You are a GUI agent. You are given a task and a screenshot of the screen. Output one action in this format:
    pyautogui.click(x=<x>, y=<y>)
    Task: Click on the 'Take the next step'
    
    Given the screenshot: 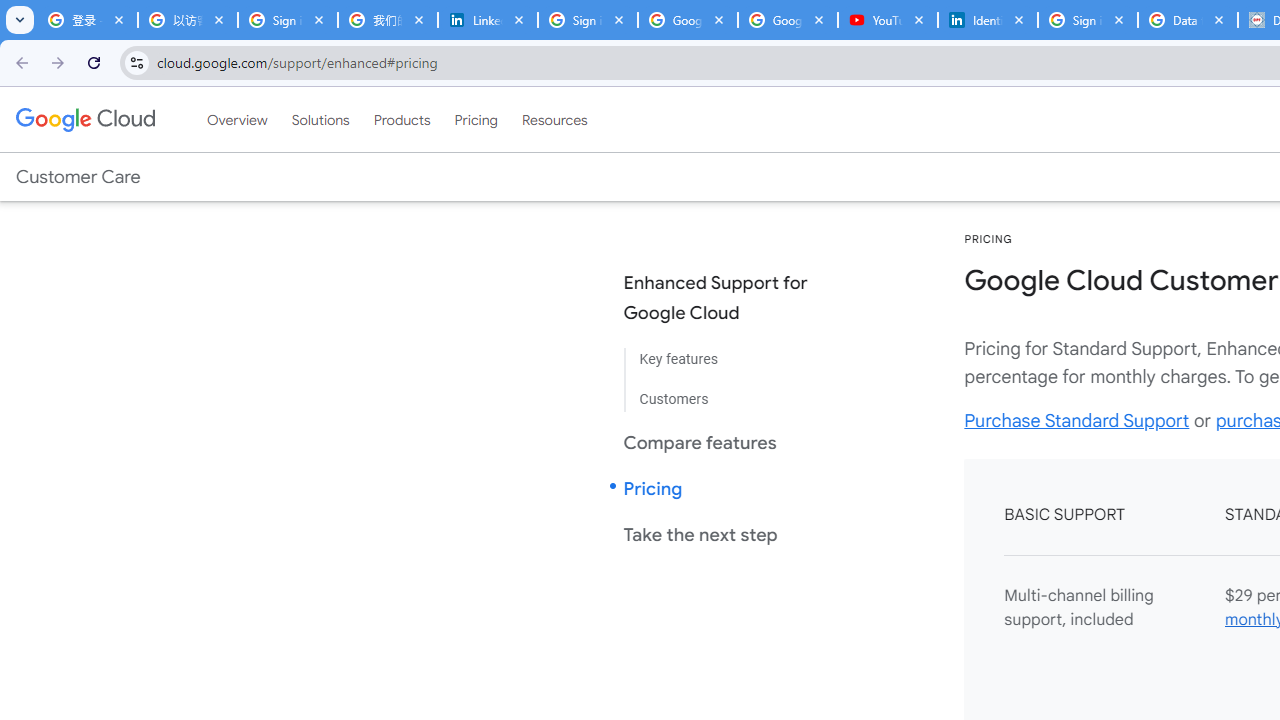 What is the action you would take?
    pyautogui.click(x=731, y=533)
    